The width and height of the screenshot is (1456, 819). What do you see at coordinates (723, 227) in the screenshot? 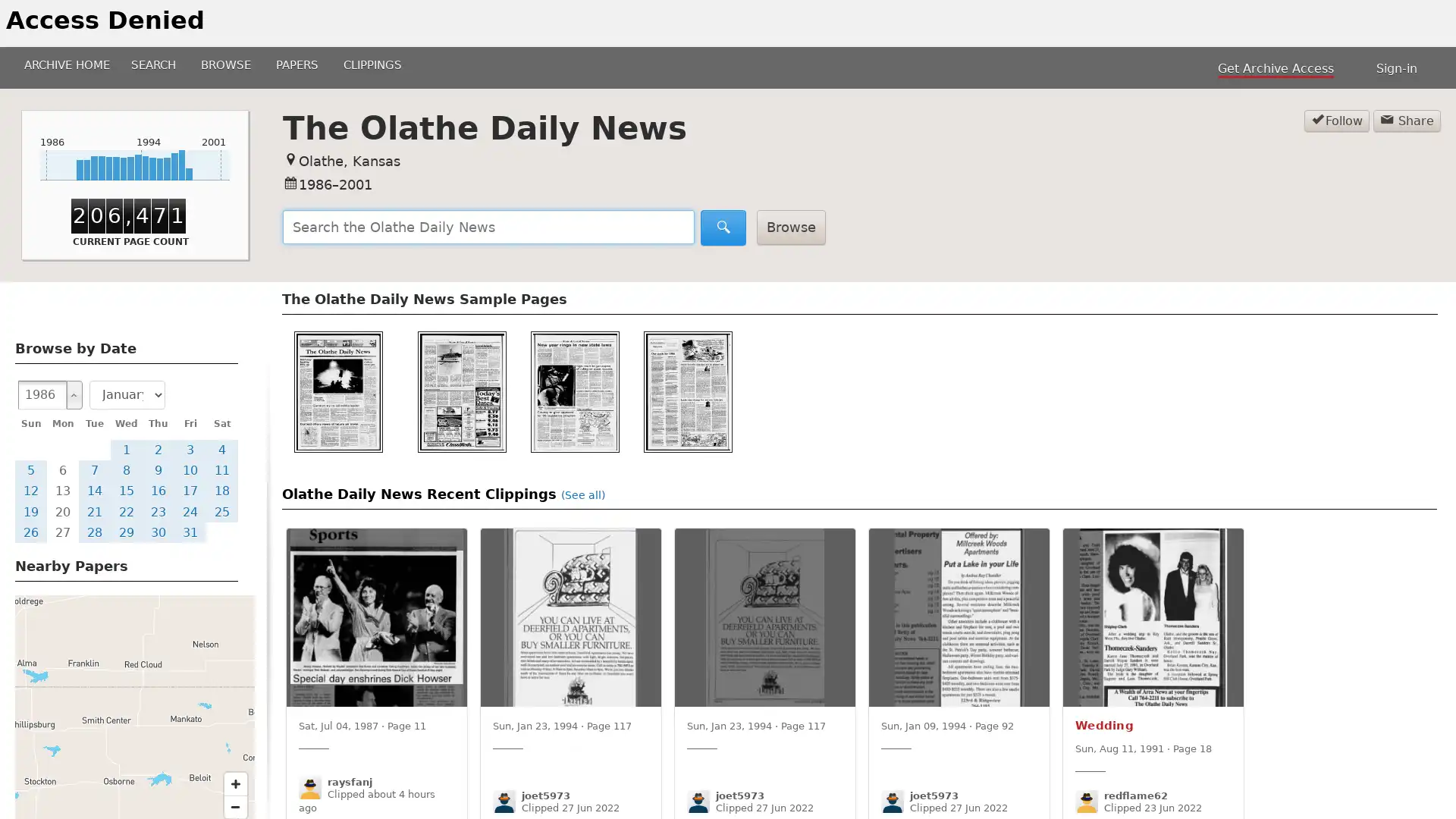
I see `Search` at bounding box center [723, 227].